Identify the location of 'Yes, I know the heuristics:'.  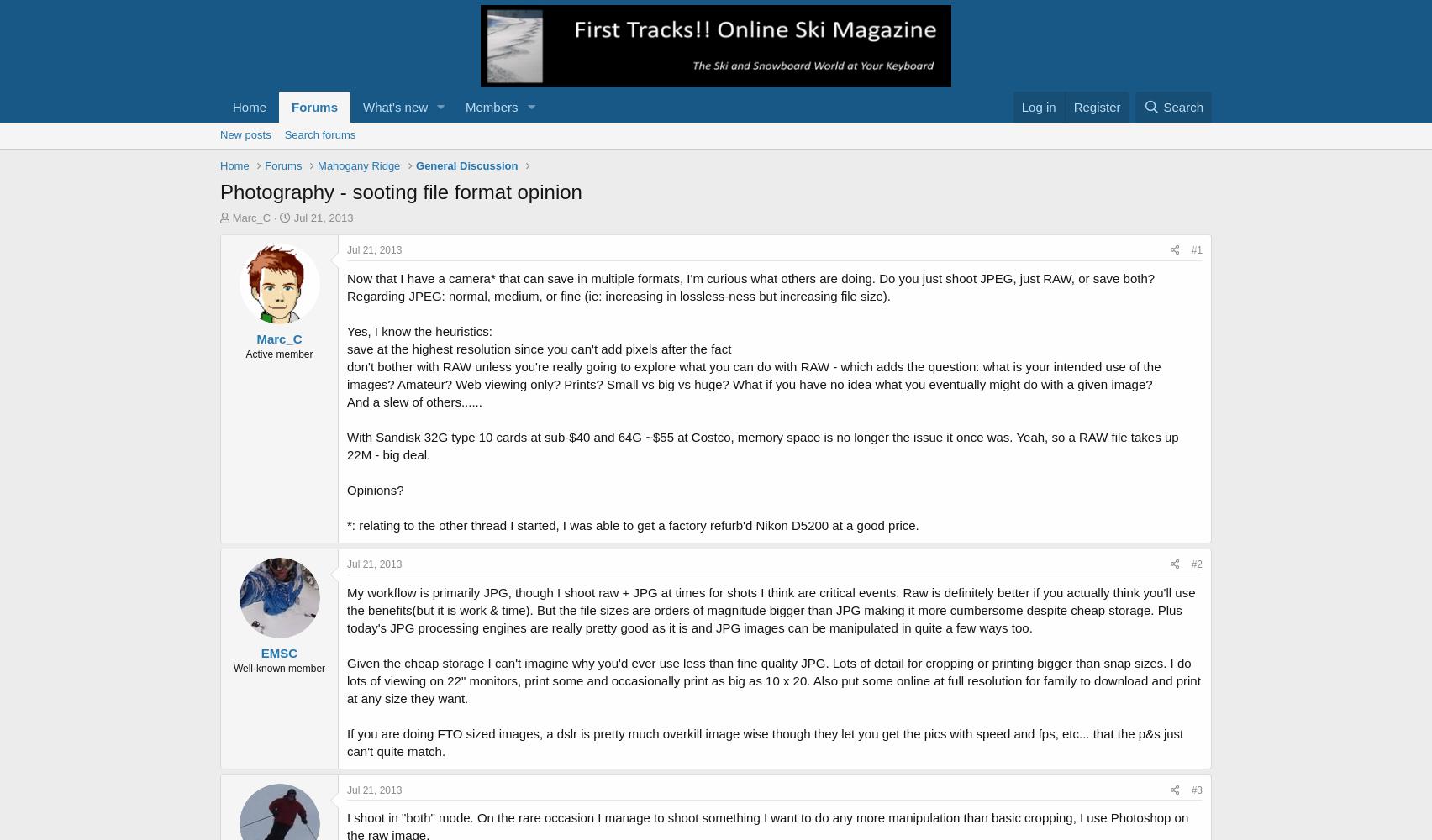
(419, 330).